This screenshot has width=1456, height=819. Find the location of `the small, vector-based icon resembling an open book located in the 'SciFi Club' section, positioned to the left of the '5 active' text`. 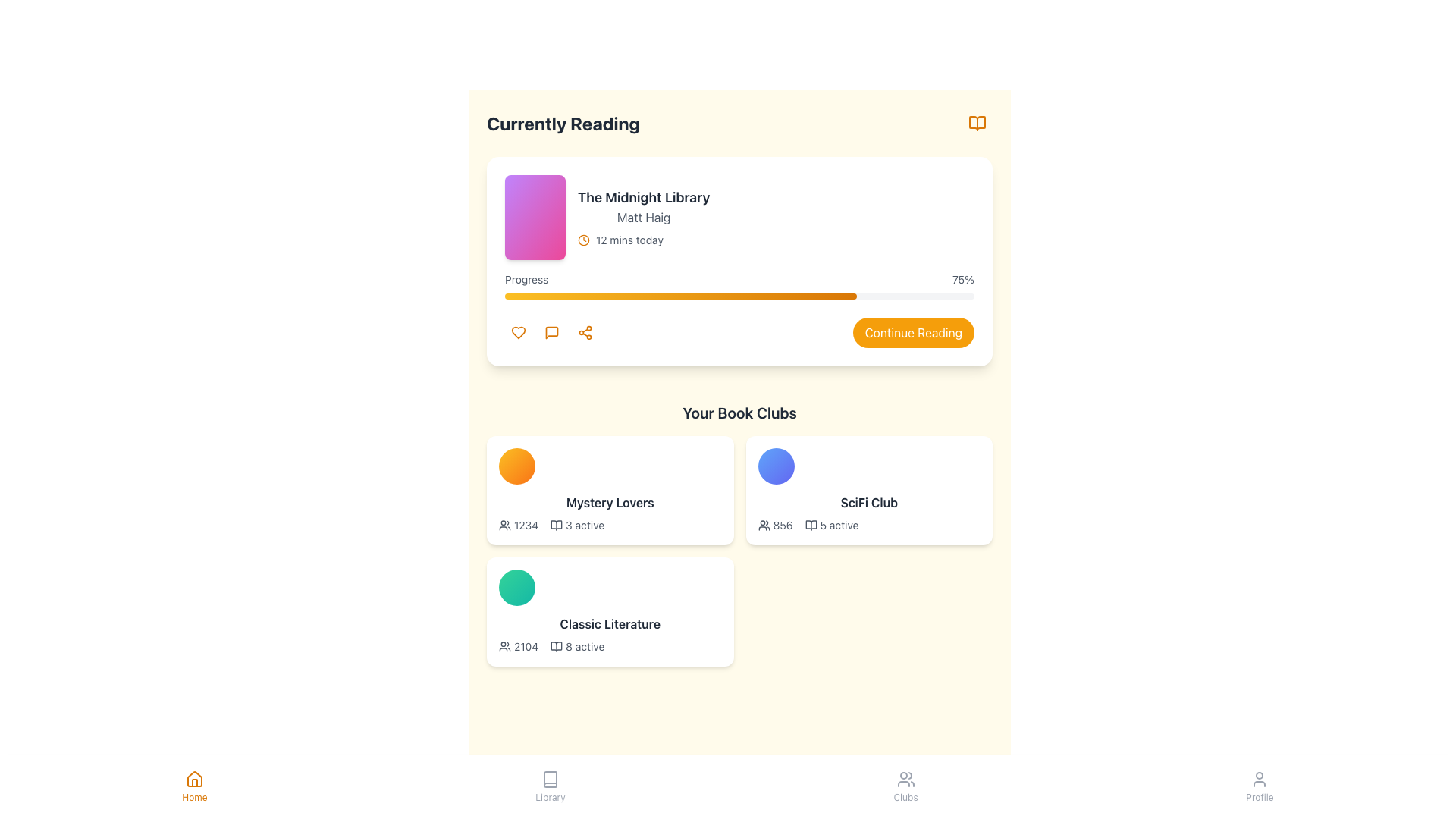

the small, vector-based icon resembling an open book located in the 'SciFi Club' section, positioned to the left of the '5 active' text is located at coordinates (810, 525).